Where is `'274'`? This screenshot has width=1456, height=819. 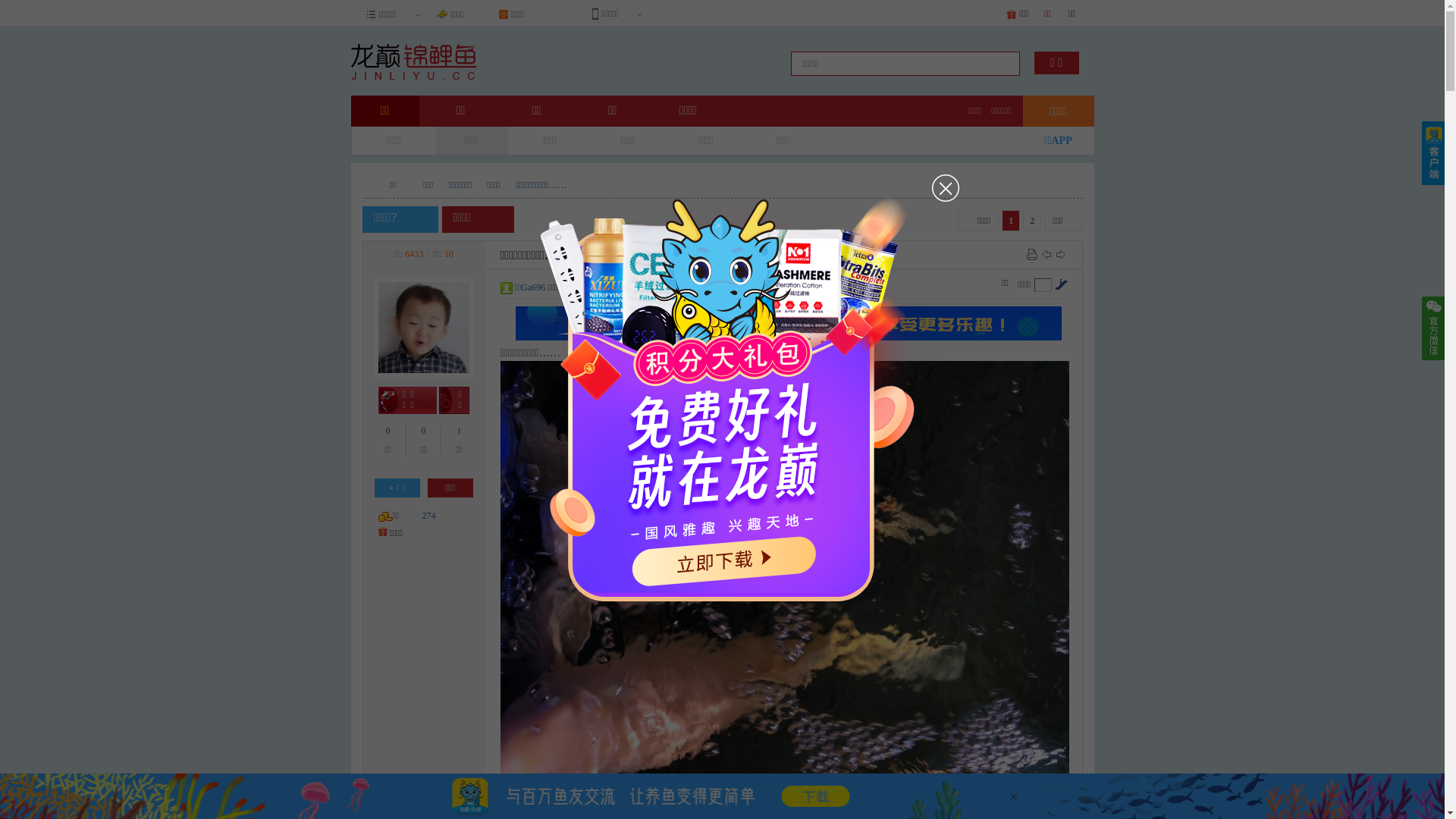 '274' is located at coordinates (428, 514).